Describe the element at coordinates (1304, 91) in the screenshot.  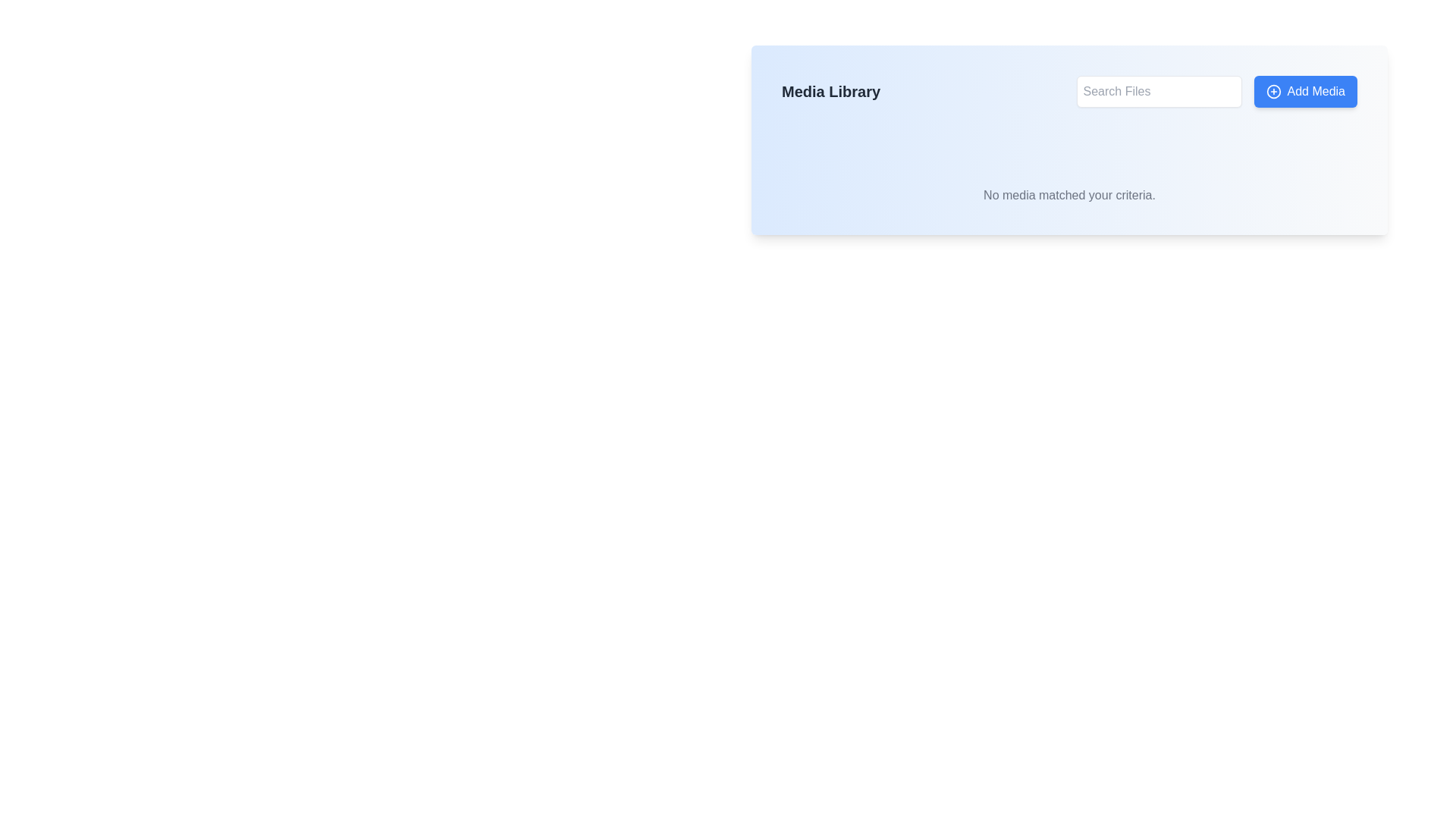
I see `the button located in the top-right of the blue box labeled 'Media Library'` at that location.